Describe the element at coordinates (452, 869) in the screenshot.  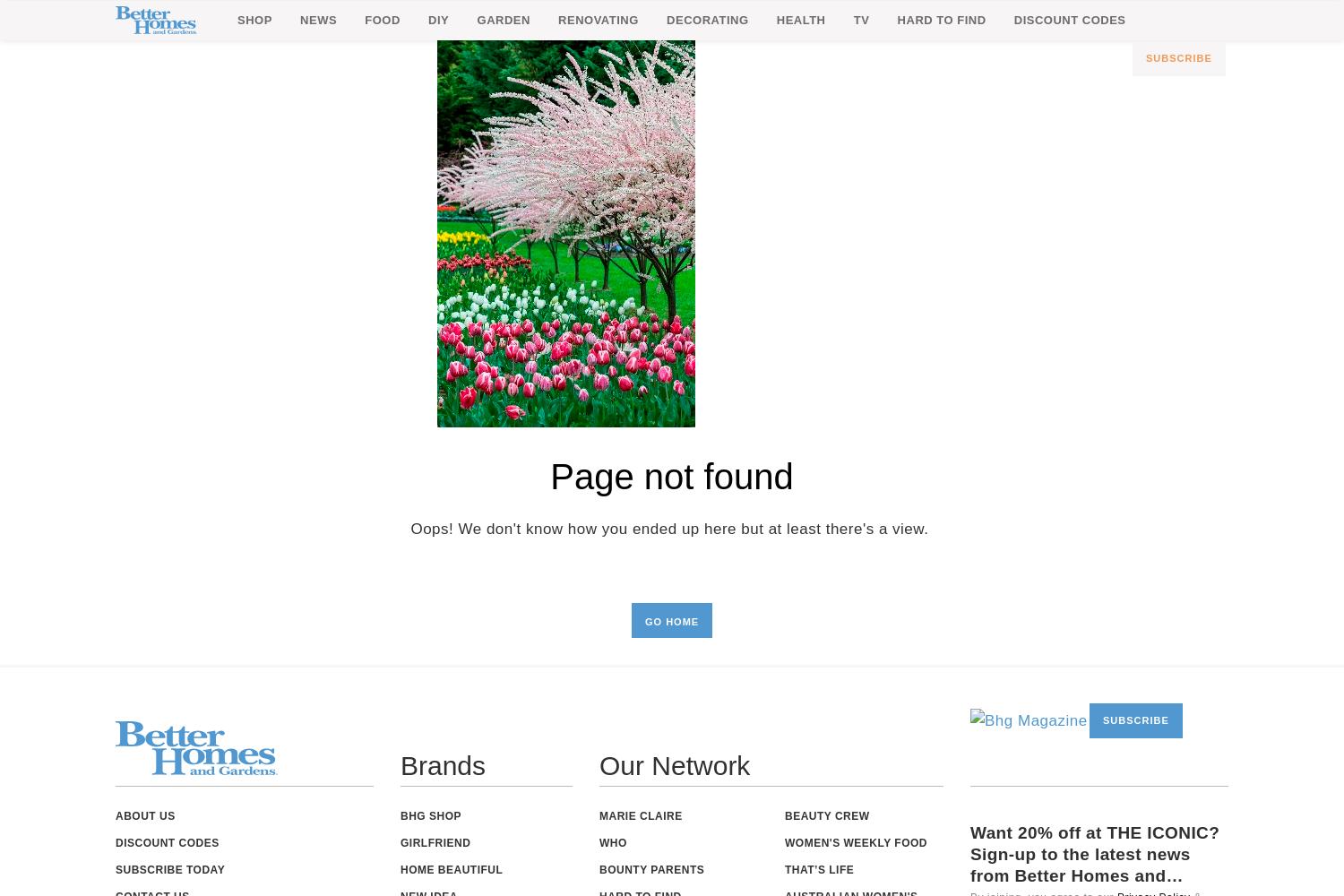
I see `'Home Beautiful'` at that location.